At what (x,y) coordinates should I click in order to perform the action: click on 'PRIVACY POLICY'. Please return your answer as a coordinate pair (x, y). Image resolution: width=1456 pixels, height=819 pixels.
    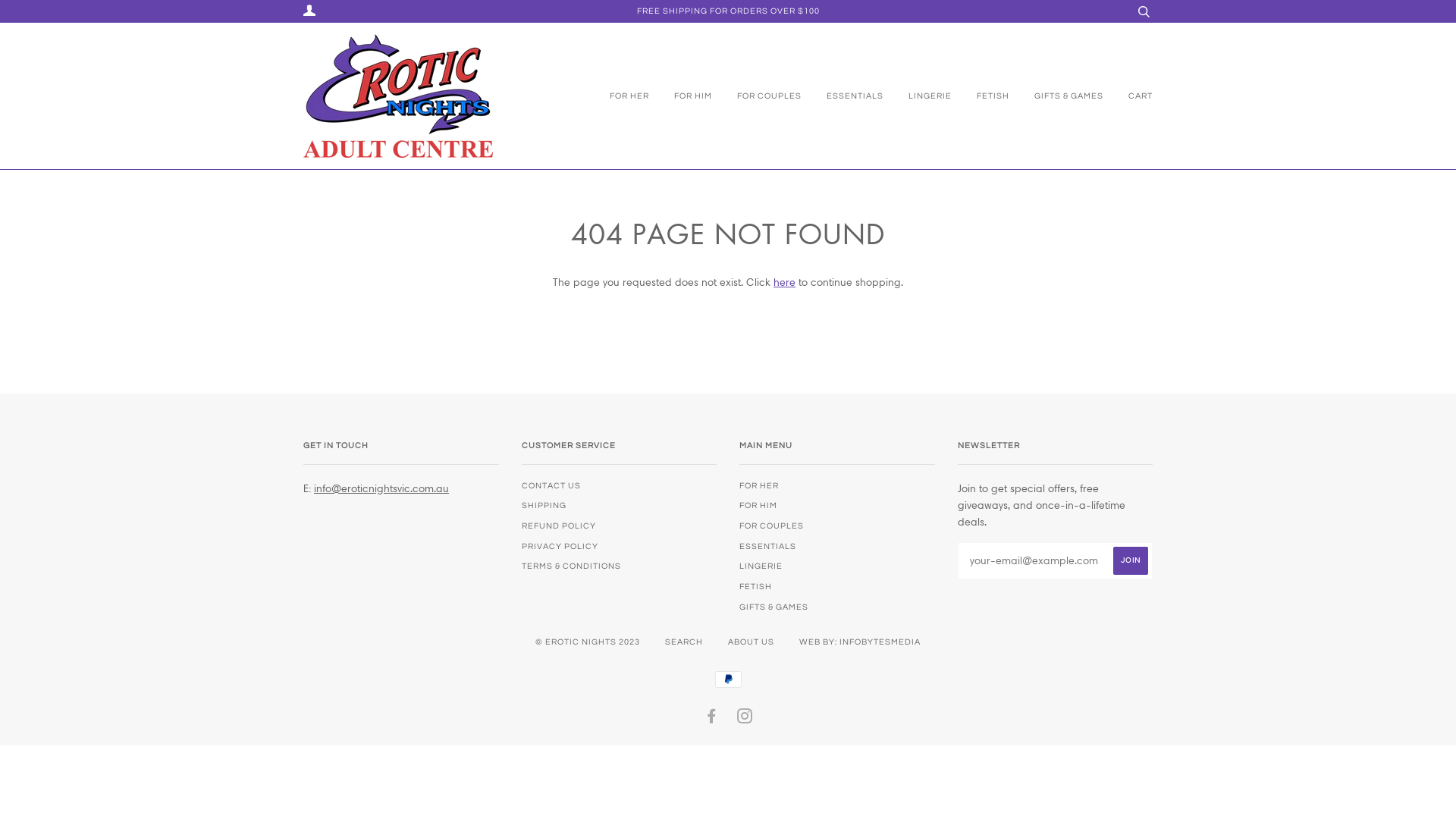
    Looking at the image, I should click on (559, 546).